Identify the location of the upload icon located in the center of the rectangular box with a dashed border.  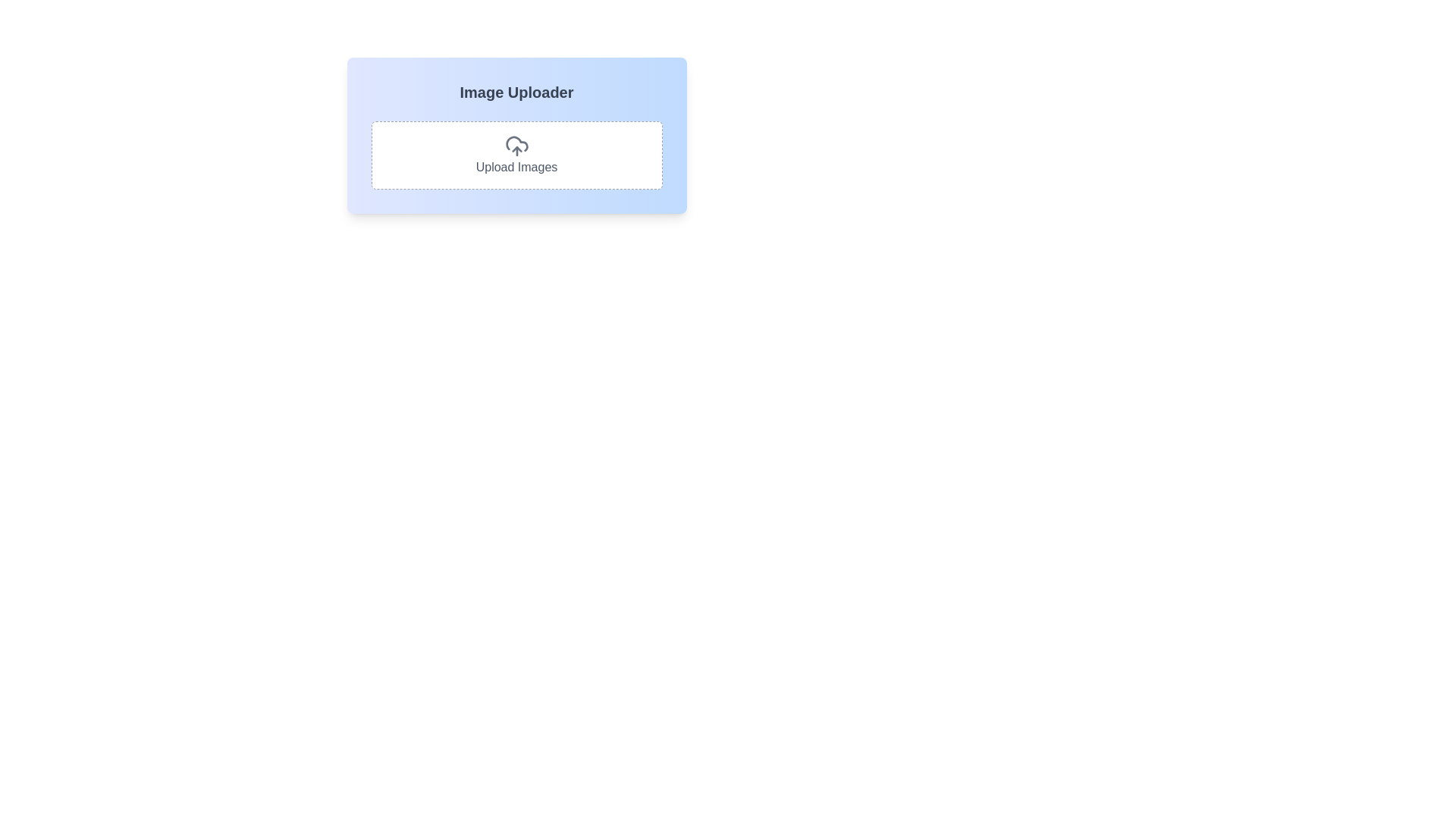
(516, 146).